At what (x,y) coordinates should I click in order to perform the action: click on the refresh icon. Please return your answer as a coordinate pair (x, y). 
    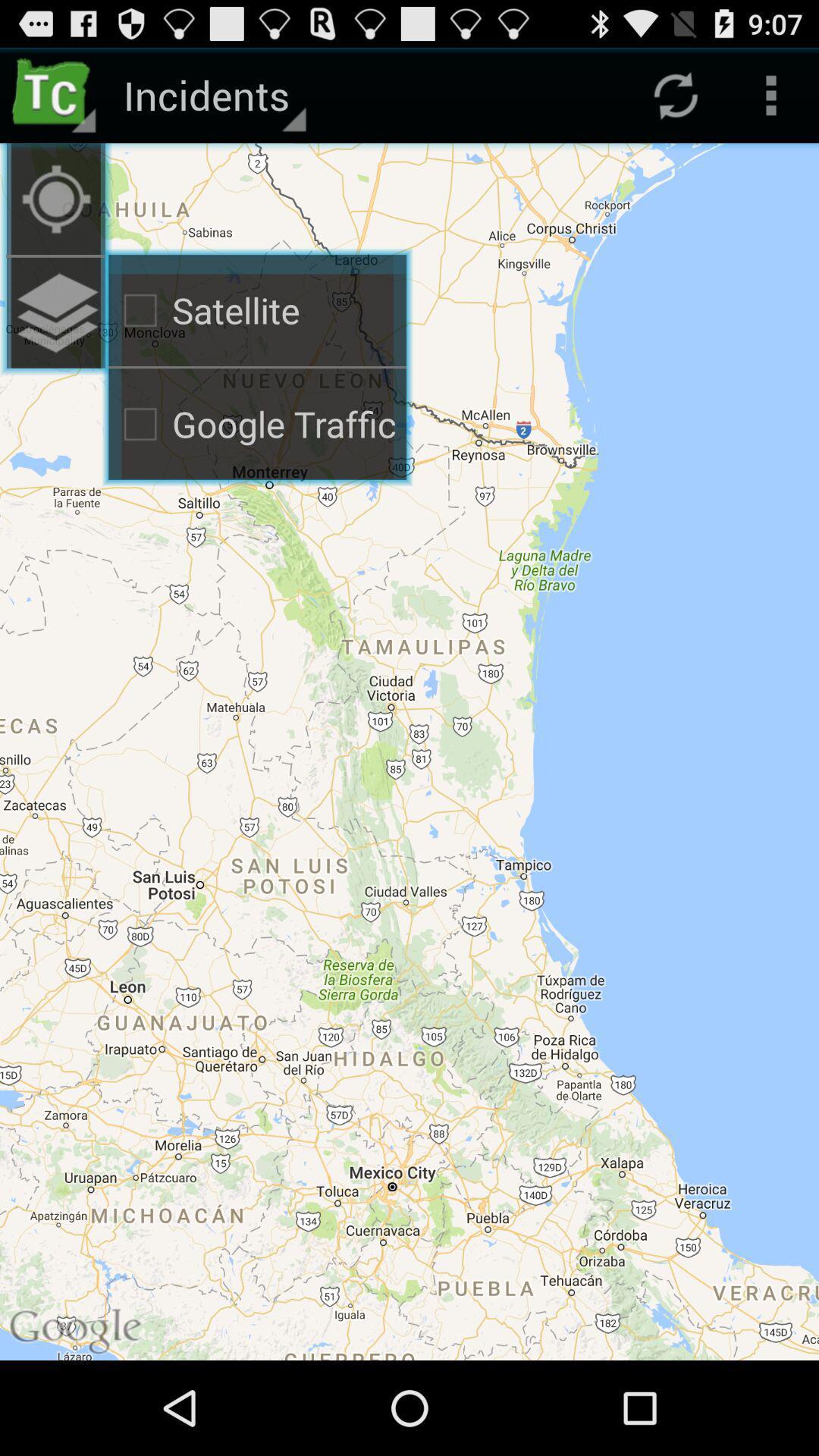
    Looking at the image, I should click on (675, 101).